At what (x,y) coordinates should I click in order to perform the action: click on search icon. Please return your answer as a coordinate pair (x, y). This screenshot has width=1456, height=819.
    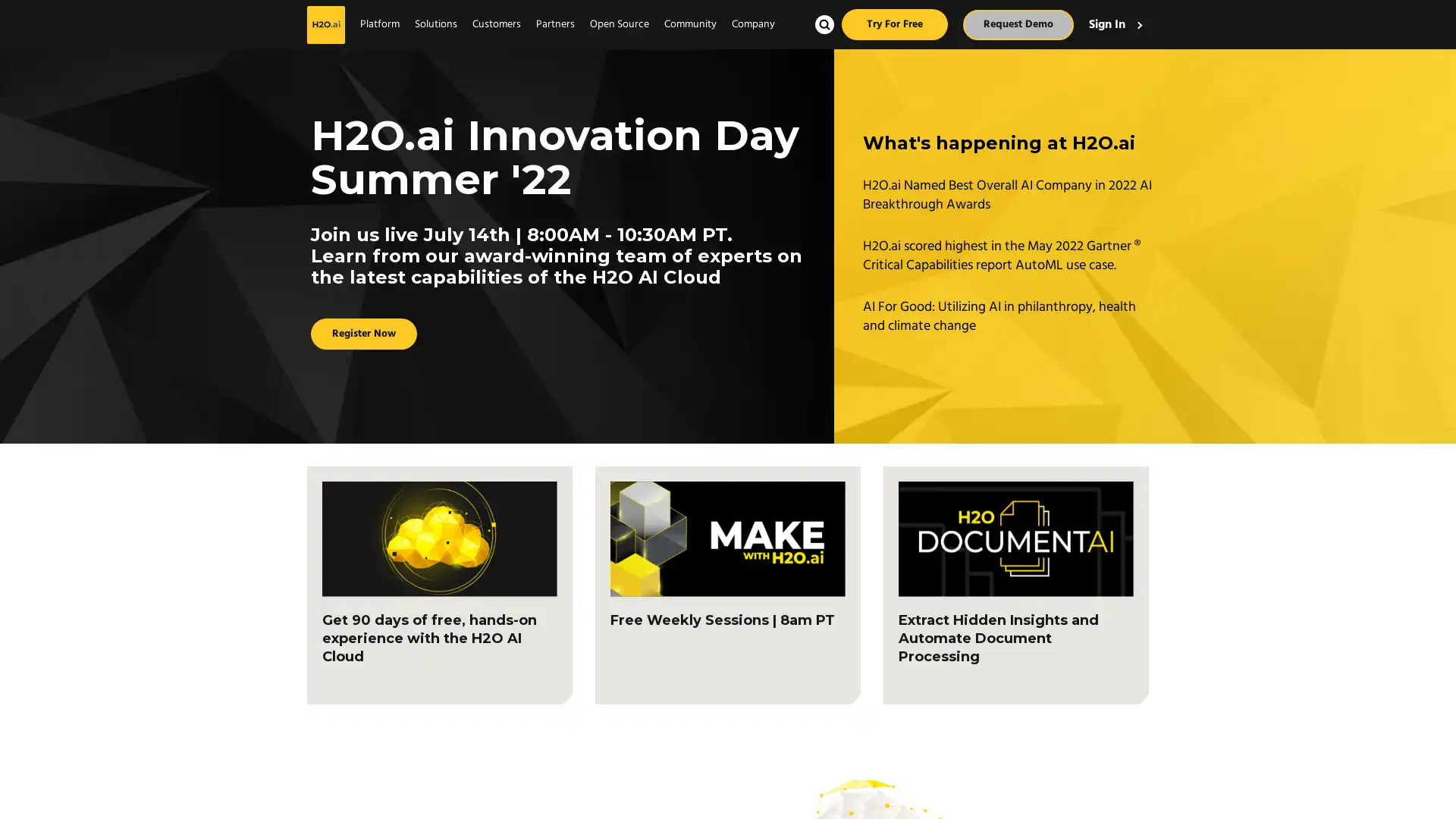
    Looking at the image, I should click on (824, 24).